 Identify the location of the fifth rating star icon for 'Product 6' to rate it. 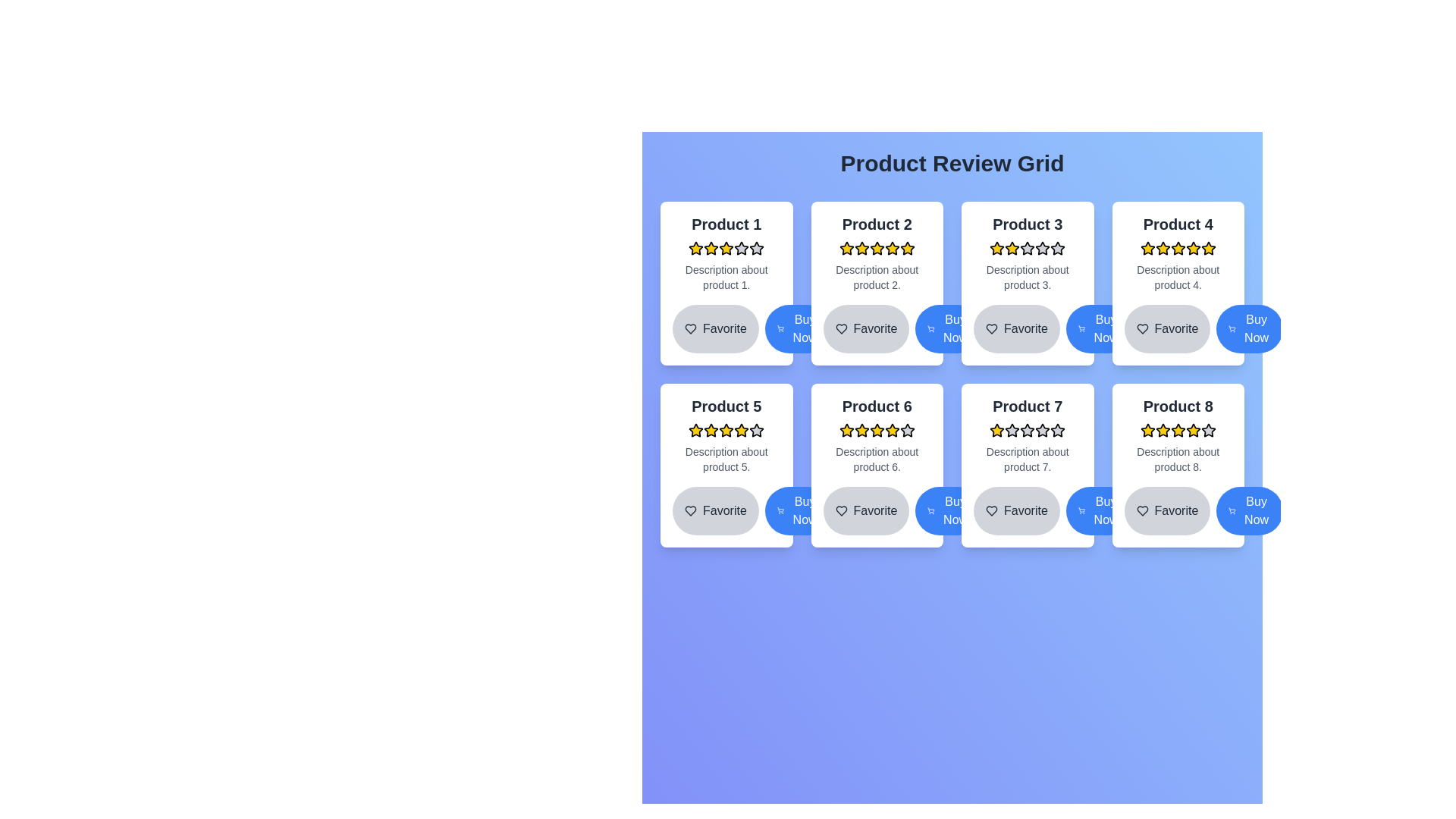
(907, 430).